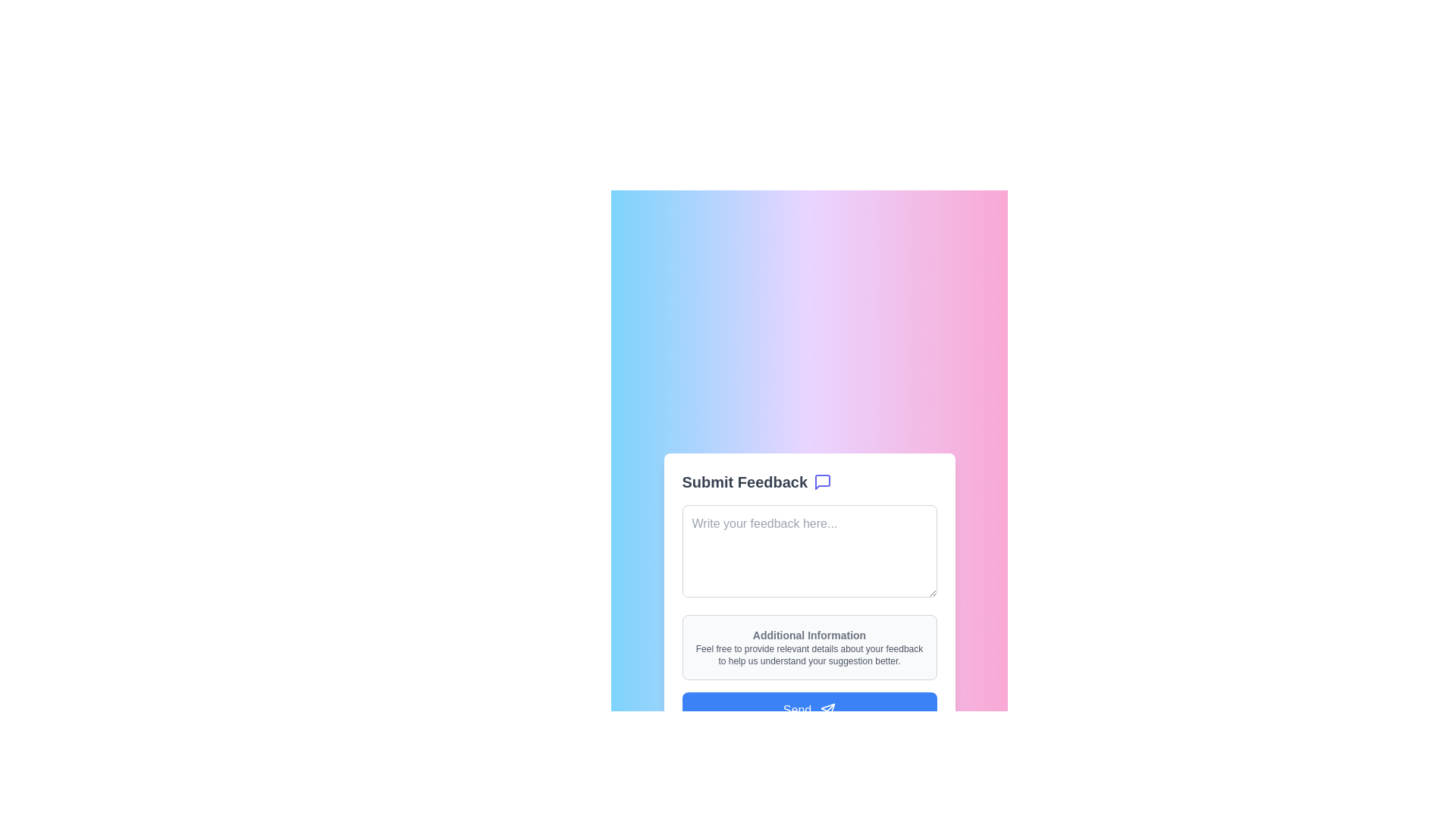 This screenshot has height=819, width=1456. What do you see at coordinates (827, 710) in the screenshot?
I see `the Decorative SVG icon located inside the 'Send' button at the bottom of the feedback form` at bounding box center [827, 710].